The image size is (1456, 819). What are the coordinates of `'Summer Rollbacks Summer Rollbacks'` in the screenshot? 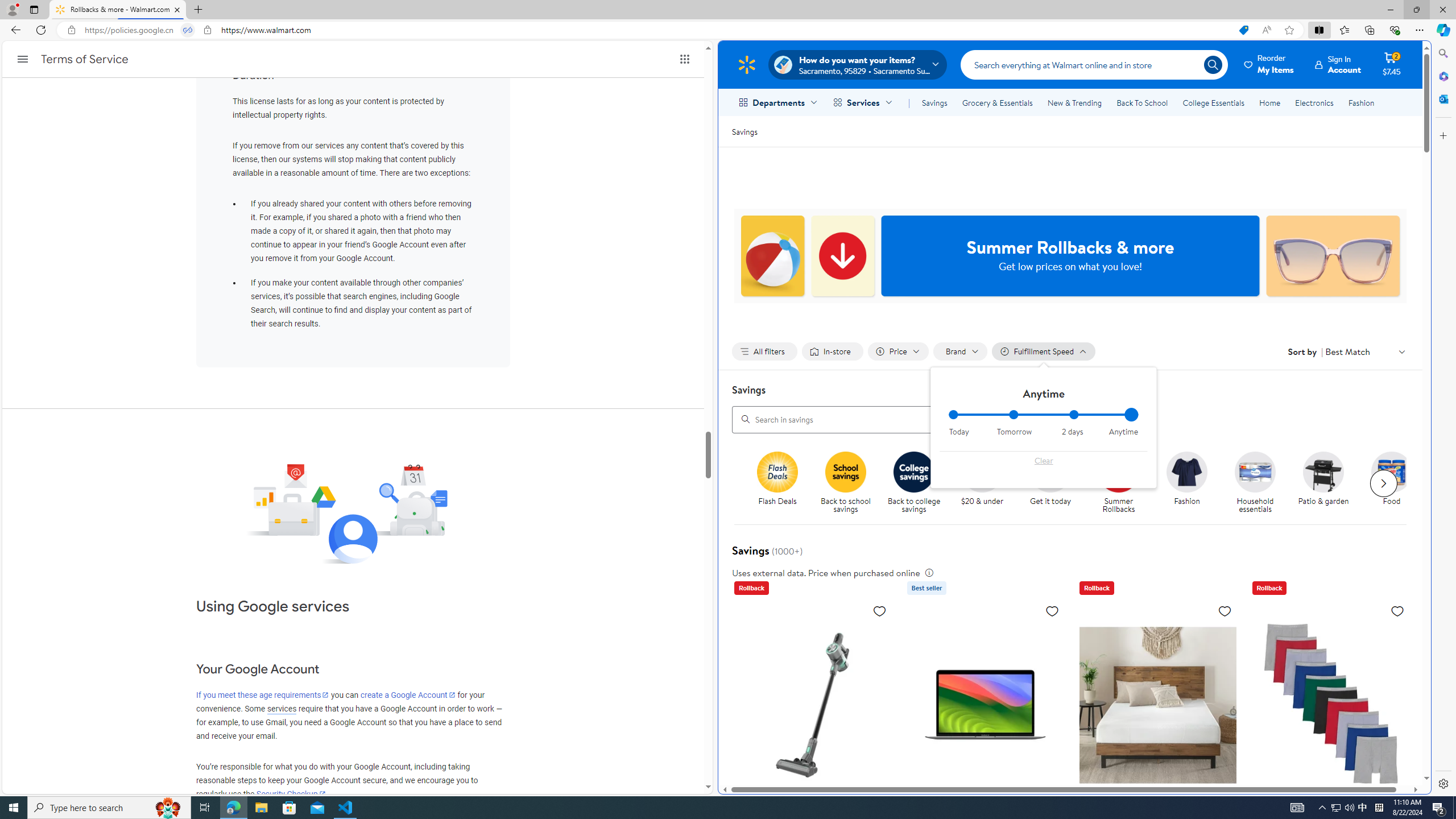 It's located at (1118, 483).